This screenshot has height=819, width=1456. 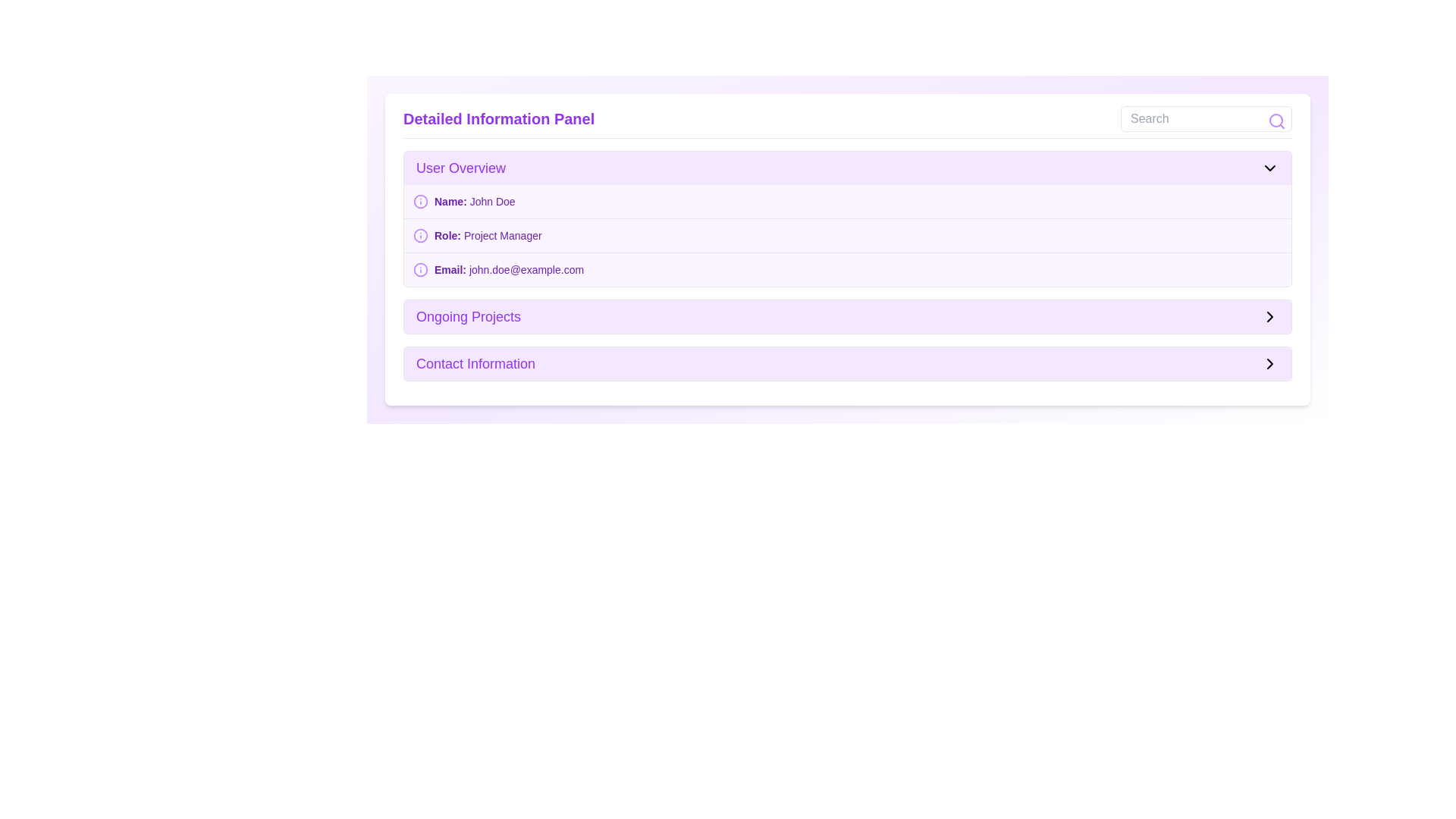 What do you see at coordinates (488, 236) in the screenshot?
I see `the static text displaying 'Role: Project Manager', which is styled in purple and is the second item in the user details list within the 'Detailed Information Panel'` at bounding box center [488, 236].